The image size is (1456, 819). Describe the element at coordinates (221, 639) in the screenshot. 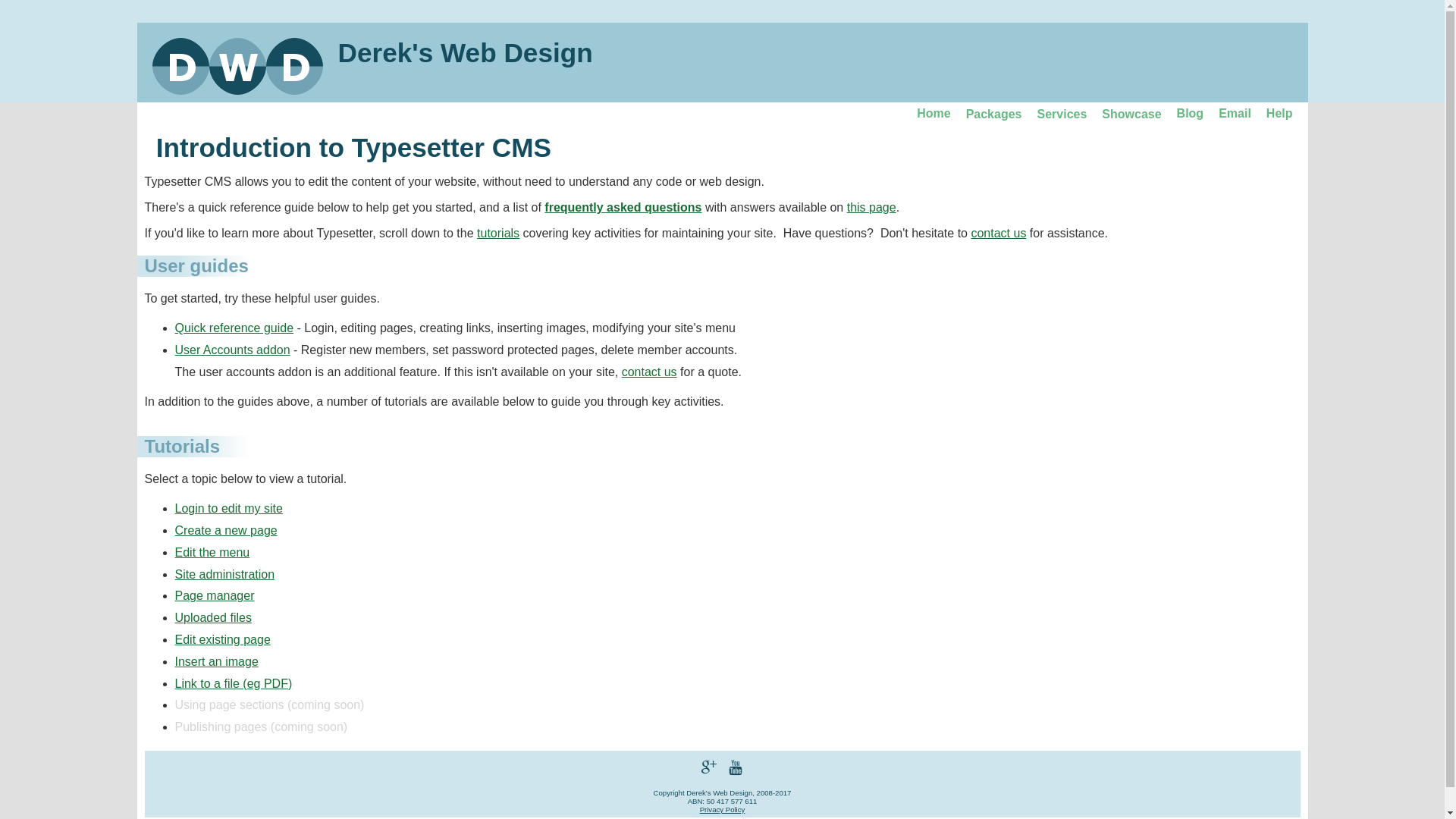

I see `'Edit existing page'` at that location.